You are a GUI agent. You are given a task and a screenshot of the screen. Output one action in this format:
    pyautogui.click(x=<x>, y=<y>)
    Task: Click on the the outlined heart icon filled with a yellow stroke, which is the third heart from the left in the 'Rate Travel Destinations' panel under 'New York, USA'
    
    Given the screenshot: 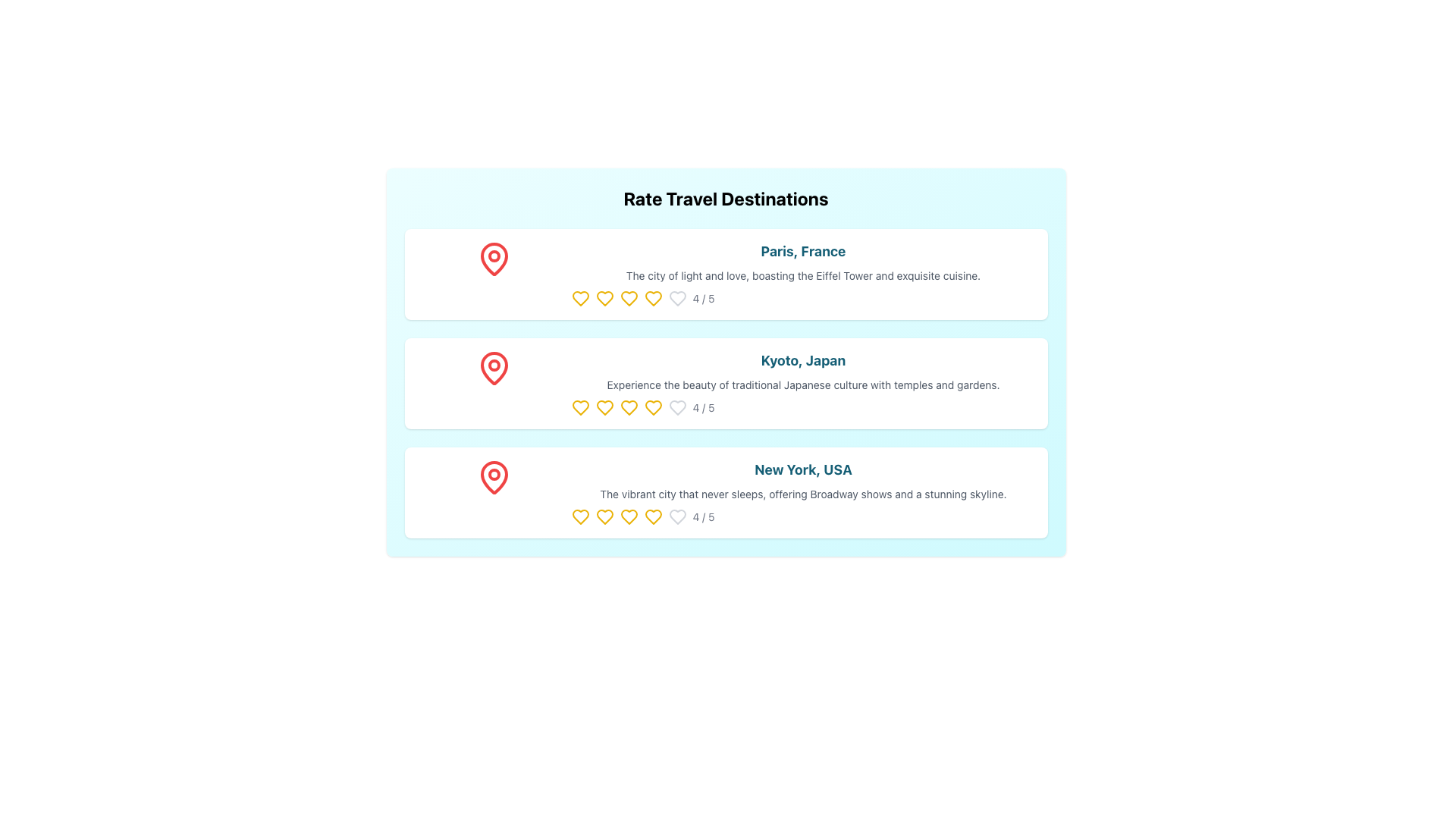 What is the action you would take?
    pyautogui.click(x=653, y=516)
    